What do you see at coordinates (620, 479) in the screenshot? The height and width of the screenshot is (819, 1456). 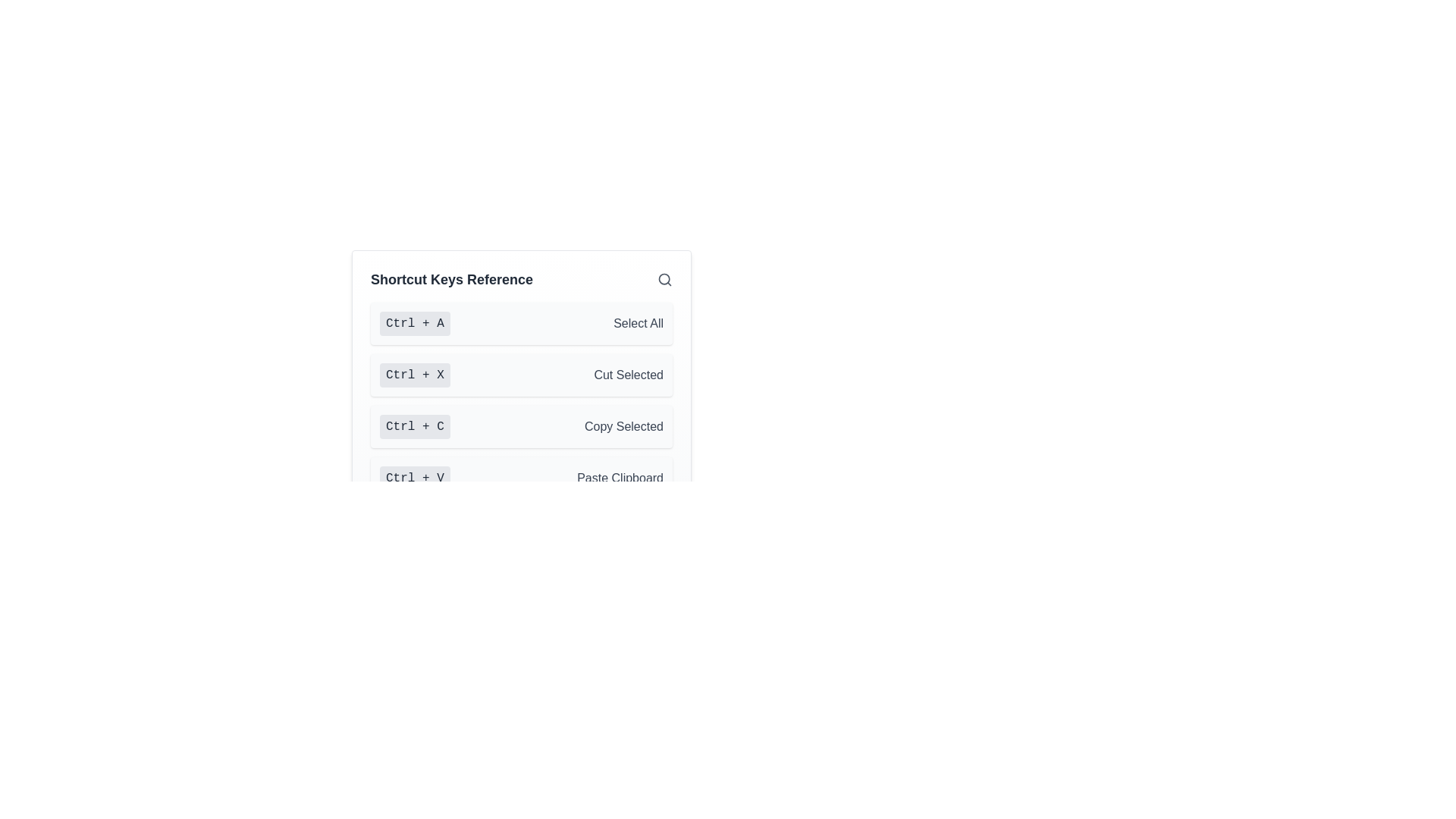 I see `the Text Label that signifies the action associated with 'Ctrl + V', indicating the paste command` at bounding box center [620, 479].